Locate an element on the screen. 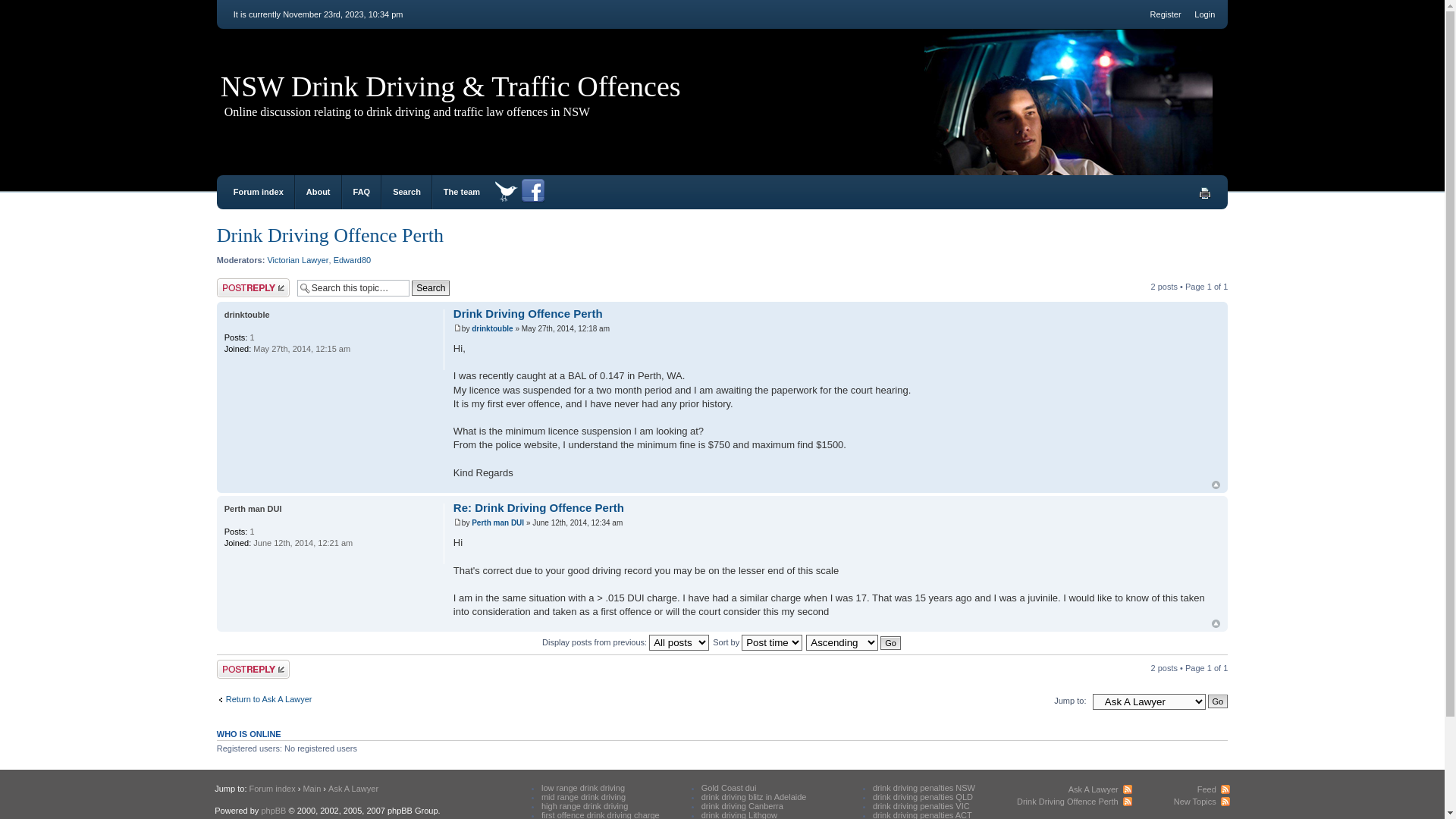 Image resolution: width=1456 pixels, height=819 pixels. 'About' is located at coordinates (318, 191).